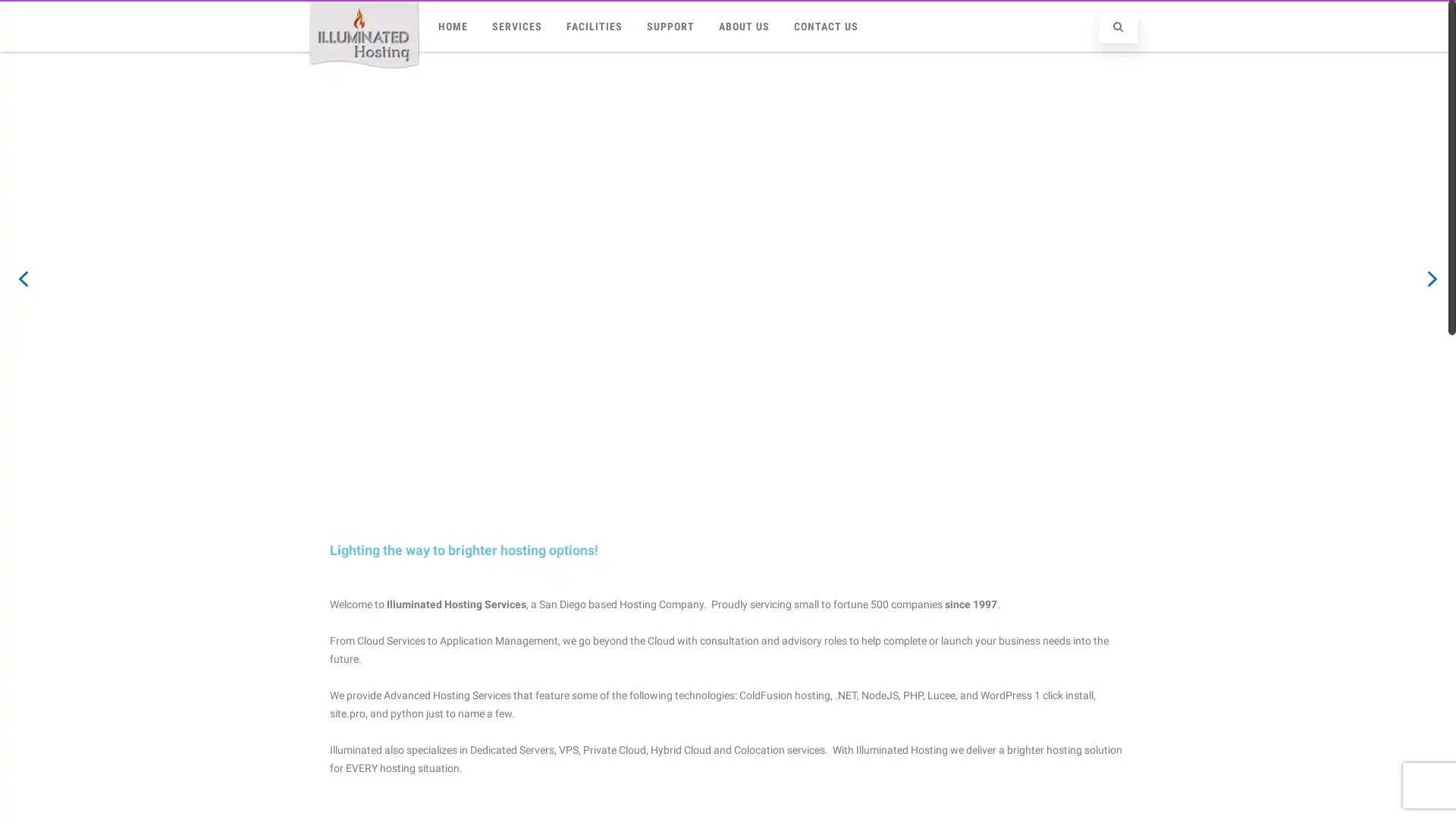 The height and width of the screenshot is (819, 1456). I want to click on slider2, so click(735, 489).